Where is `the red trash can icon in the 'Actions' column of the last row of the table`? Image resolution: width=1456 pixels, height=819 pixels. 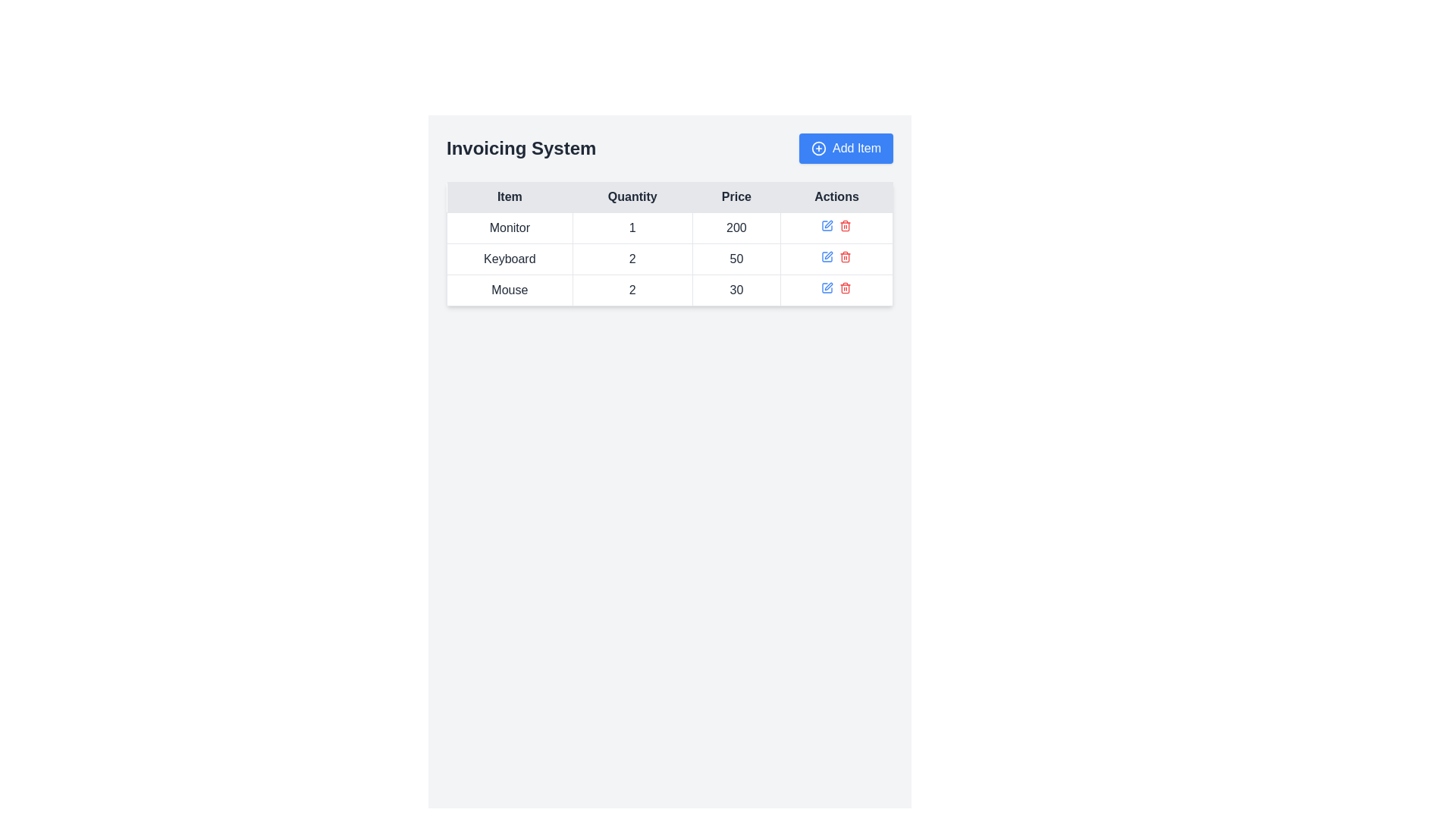 the red trash can icon in the 'Actions' column of the last row of the table is located at coordinates (845, 288).